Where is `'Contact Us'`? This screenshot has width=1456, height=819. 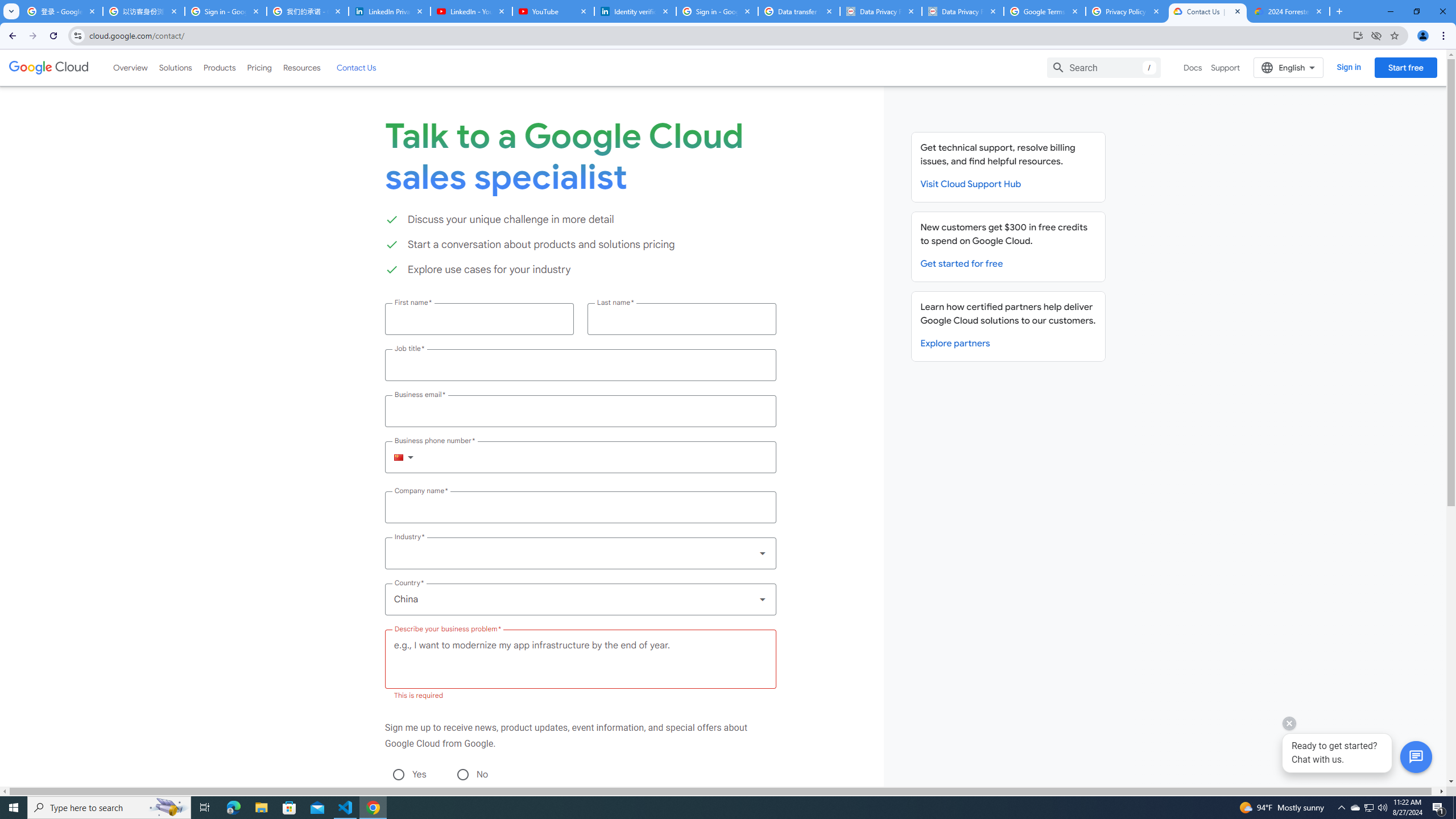
'Contact Us' is located at coordinates (355, 67).